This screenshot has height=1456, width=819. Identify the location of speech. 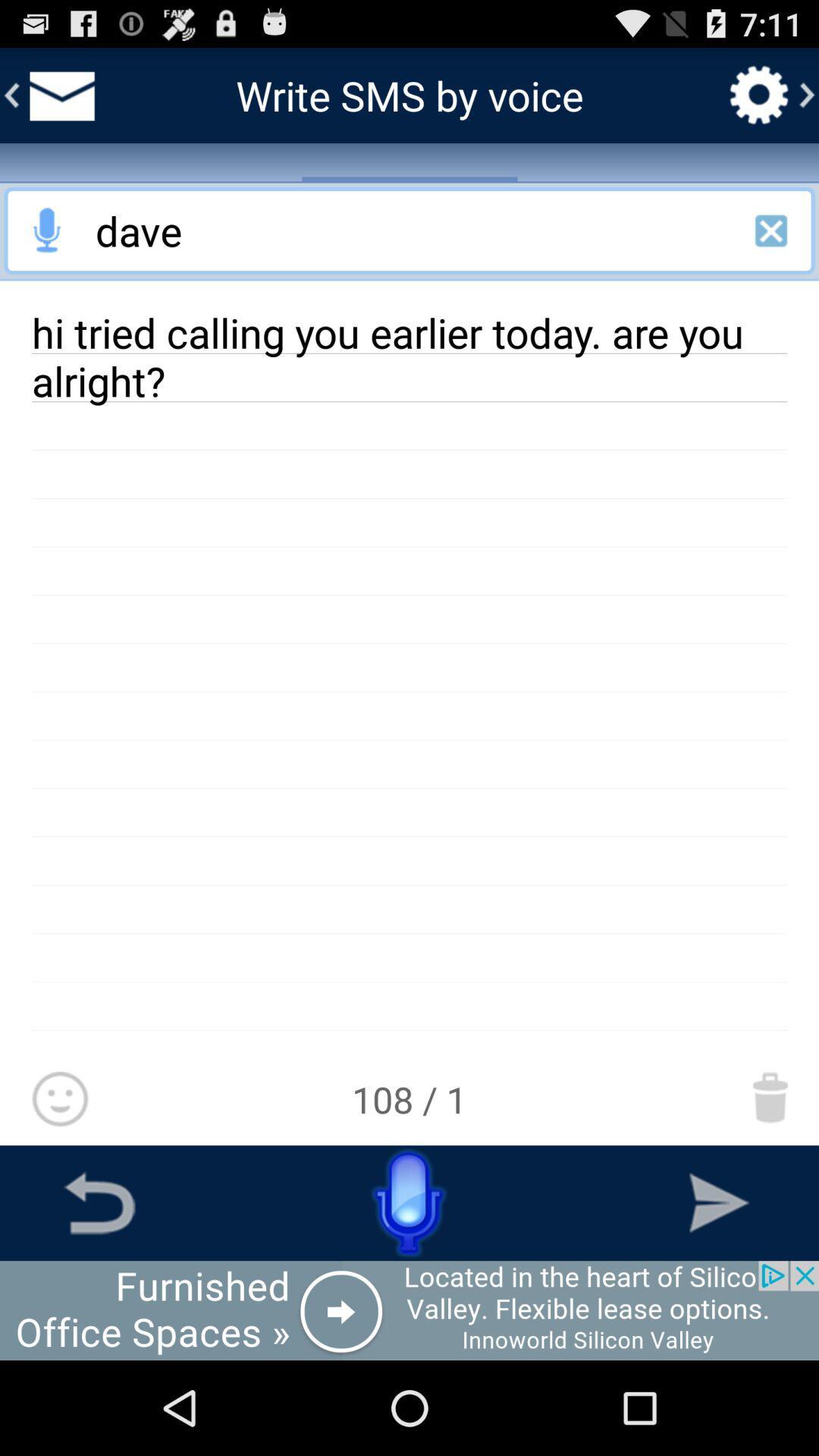
(409, 1202).